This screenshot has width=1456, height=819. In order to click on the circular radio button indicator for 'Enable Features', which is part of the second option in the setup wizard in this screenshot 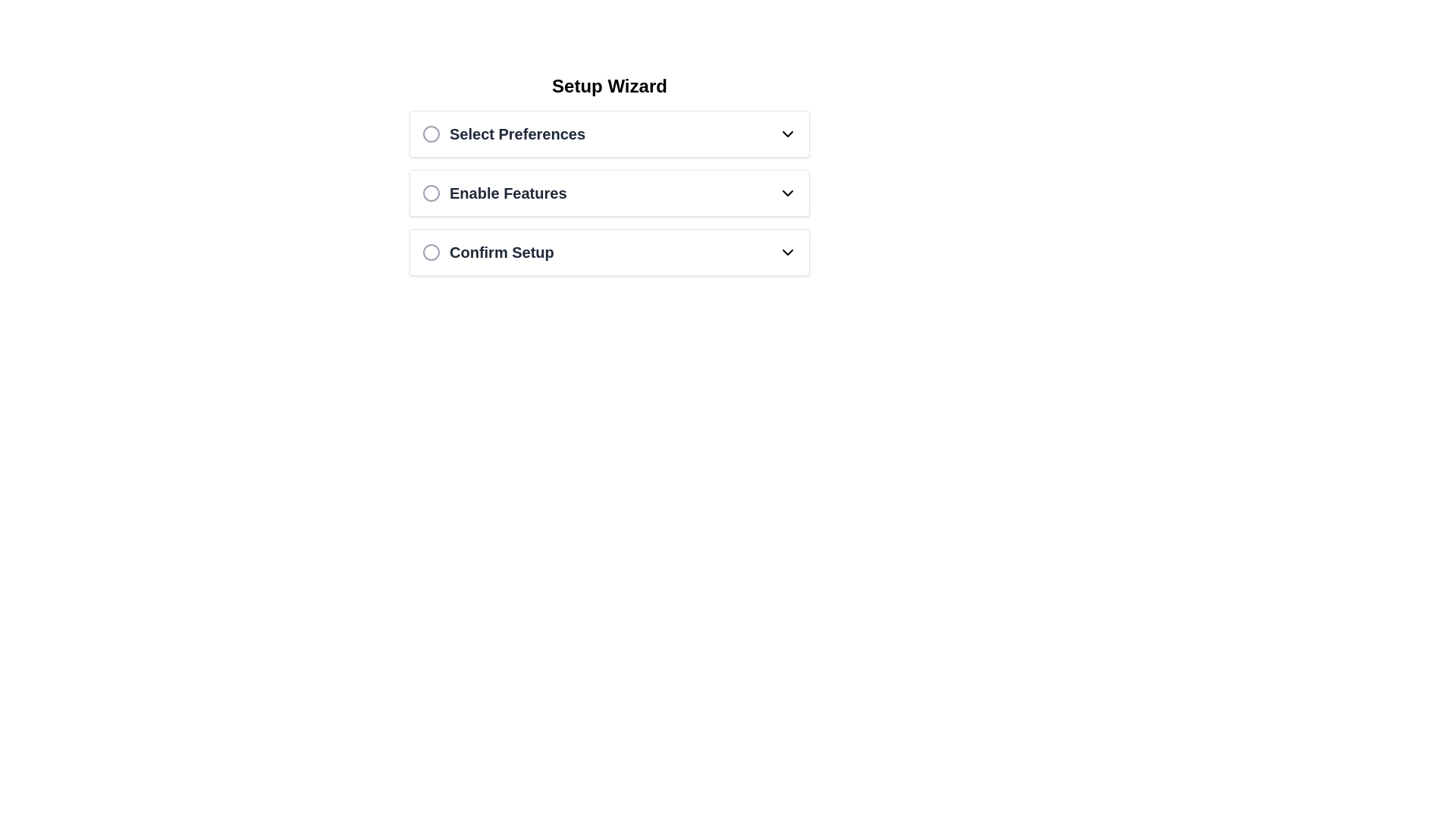, I will do `click(431, 192)`.